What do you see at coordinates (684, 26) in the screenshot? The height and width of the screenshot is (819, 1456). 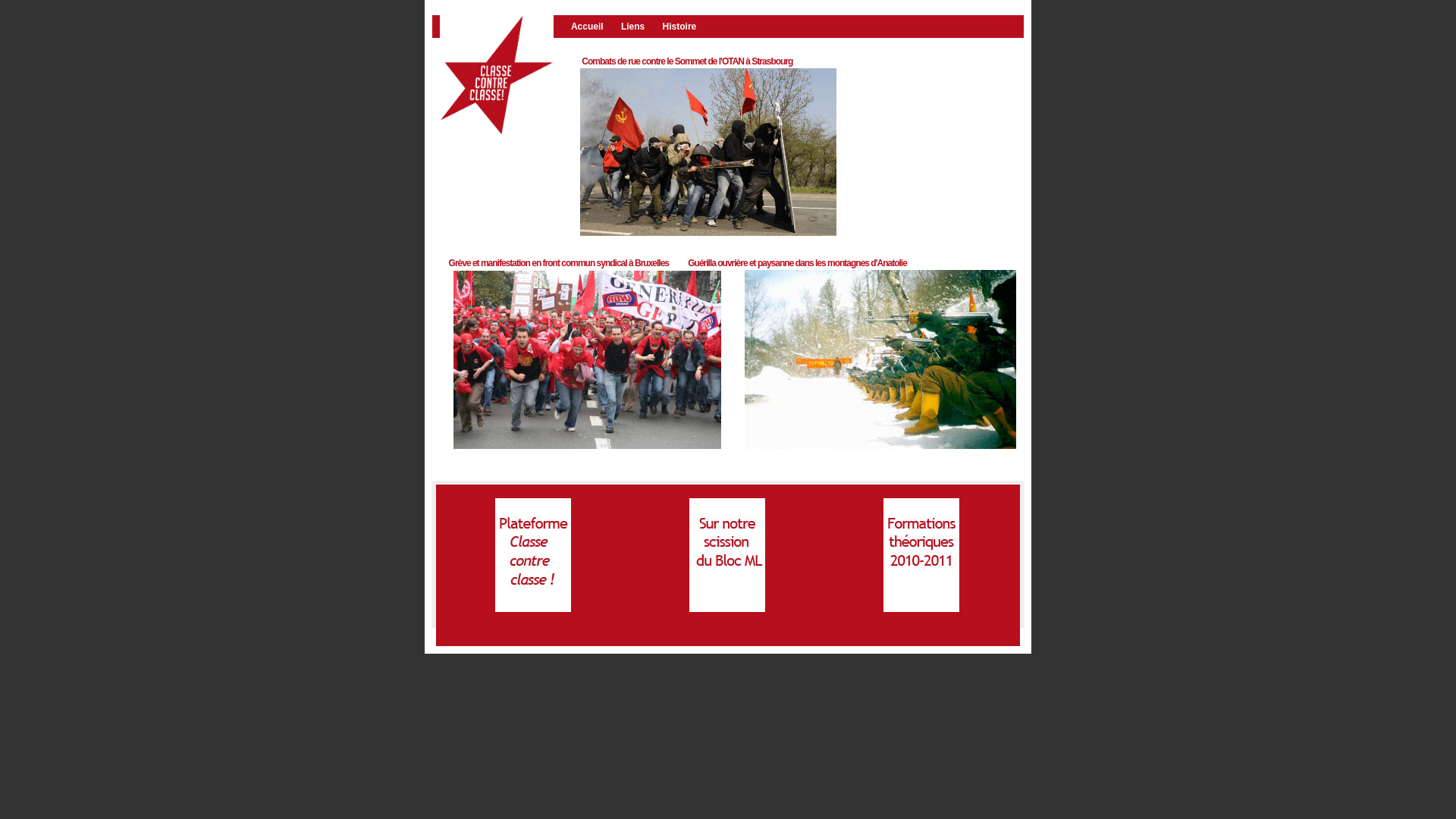 I see `' Histoire'` at bounding box center [684, 26].